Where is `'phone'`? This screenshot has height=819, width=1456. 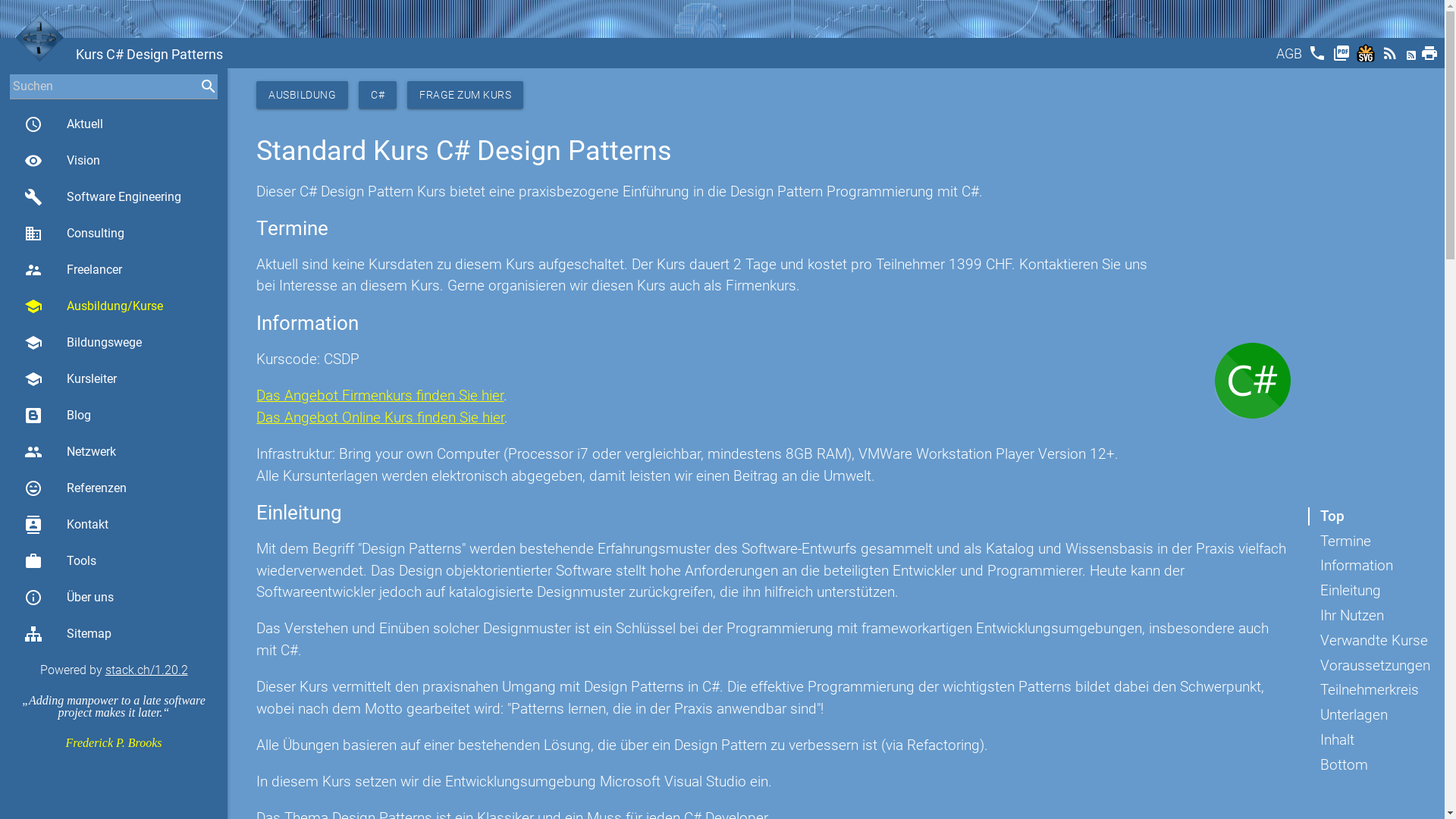
'phone' is located at coordinates (1317, 57).